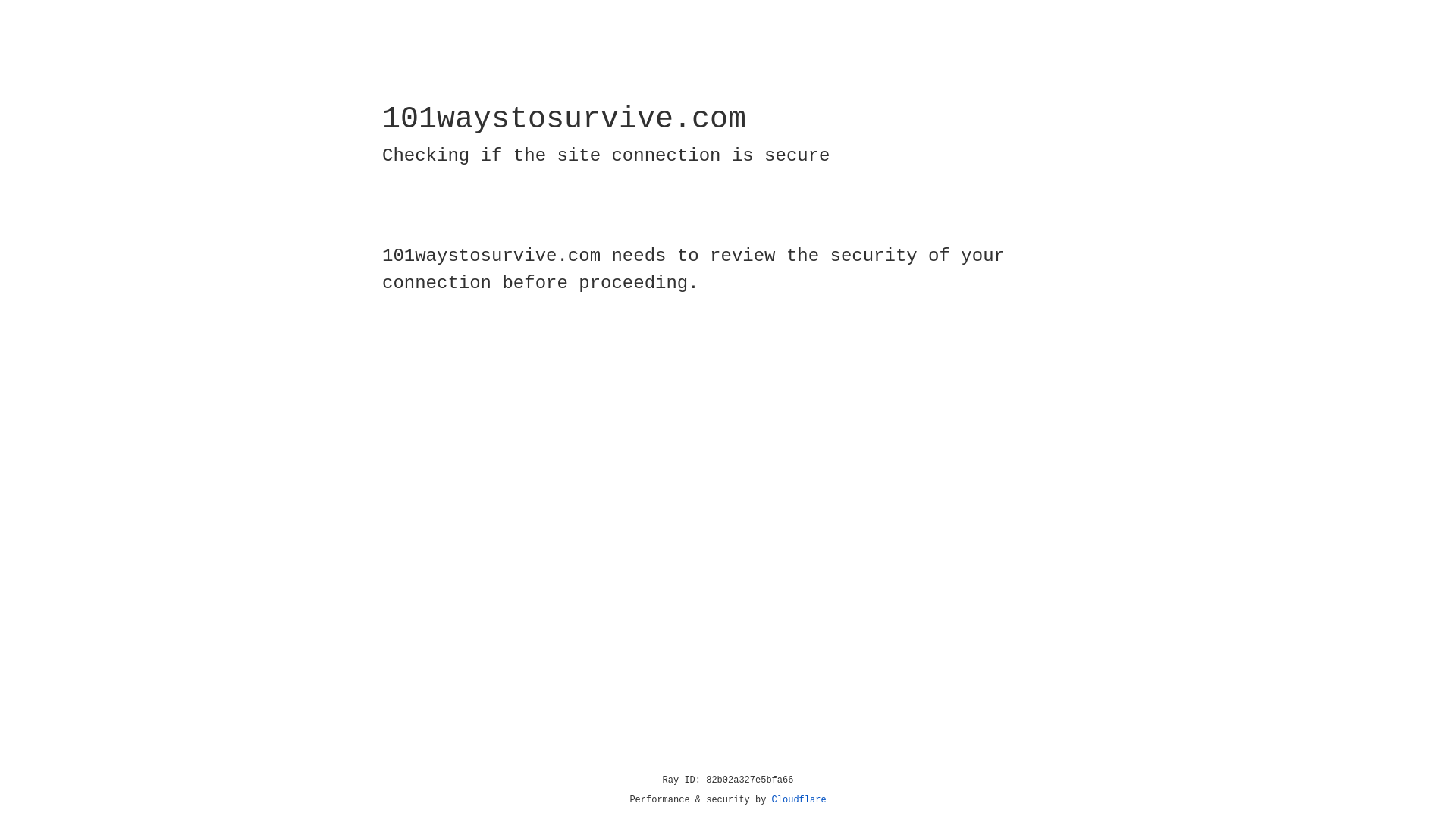  I want to click on 'Cloudflare', so click(771, 799).